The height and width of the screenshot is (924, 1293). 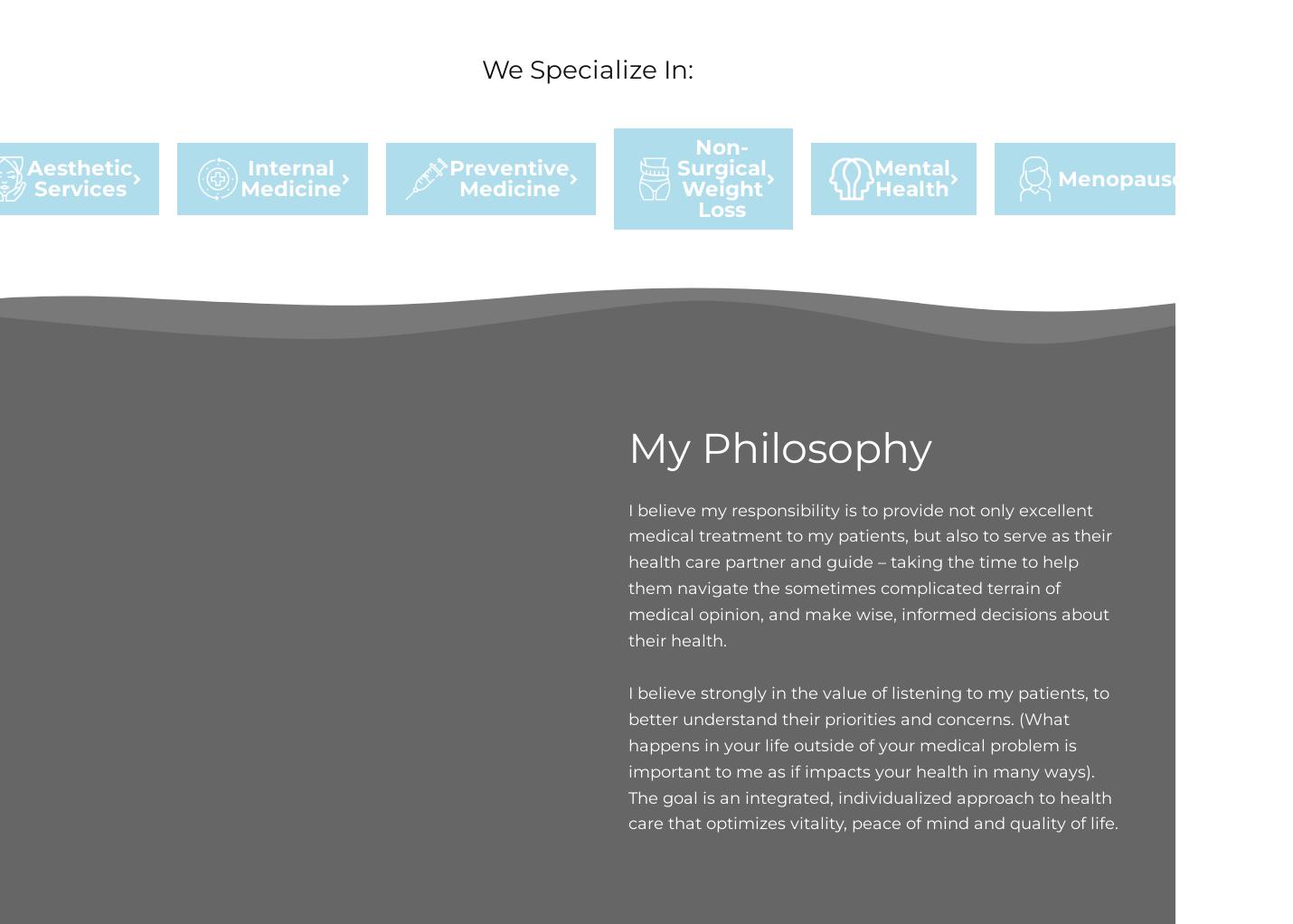 I want to click on 'I believe strongly in the value of listening to my patients, to better understand their priorities and concerns. (What happens in your life outside of your medical problem is important to me as if impacts your health in many ways). The goal is an integrated, individualized approach to health care that optimizes vitality, peace of mind and quality of life.', so click(x=872, y=757).